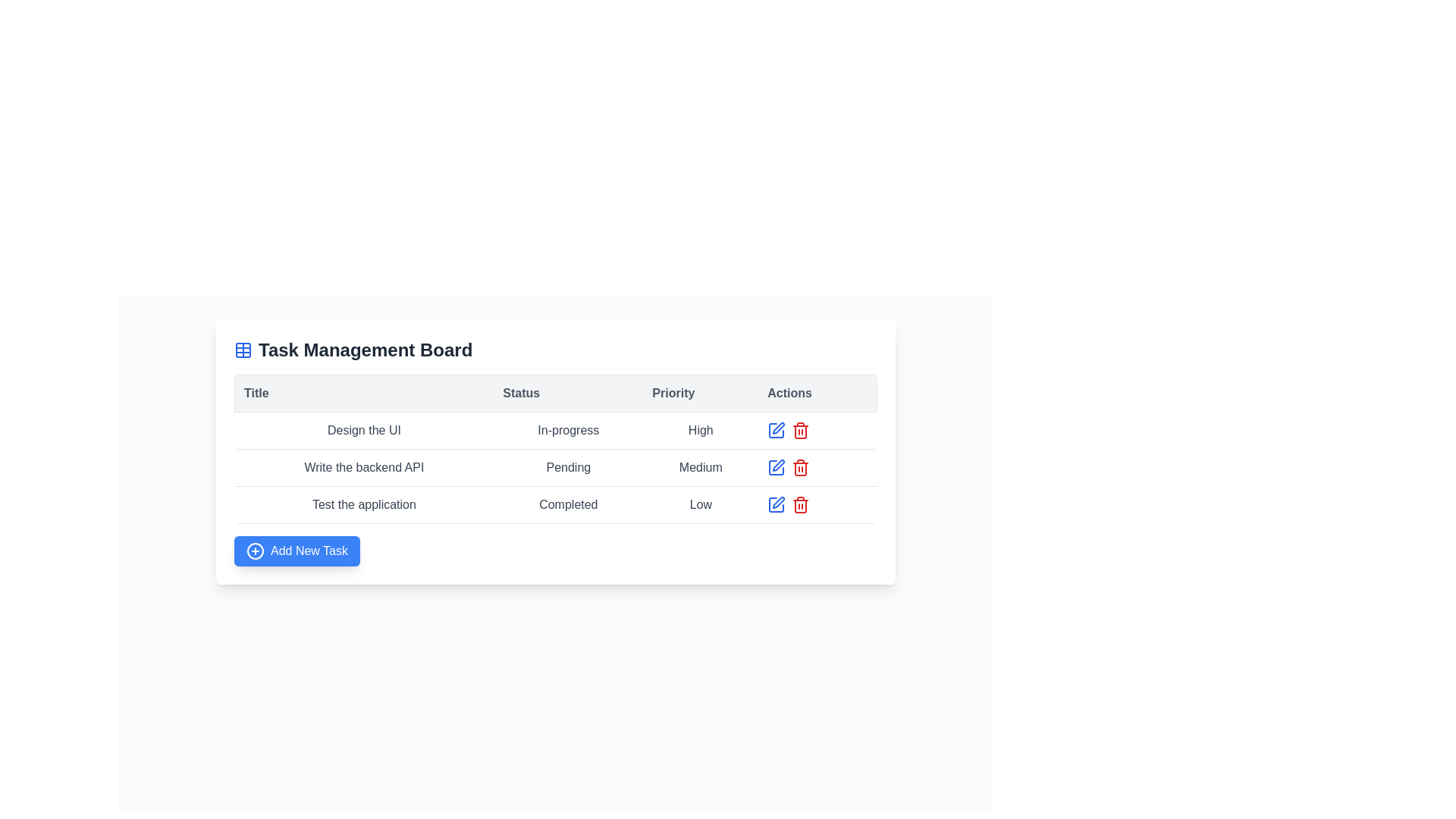  I want to click on text 'Low' from the Text label indicating the priority level for the task 'Test the application' in the 'Priority' column of the table, so click(700, 505).